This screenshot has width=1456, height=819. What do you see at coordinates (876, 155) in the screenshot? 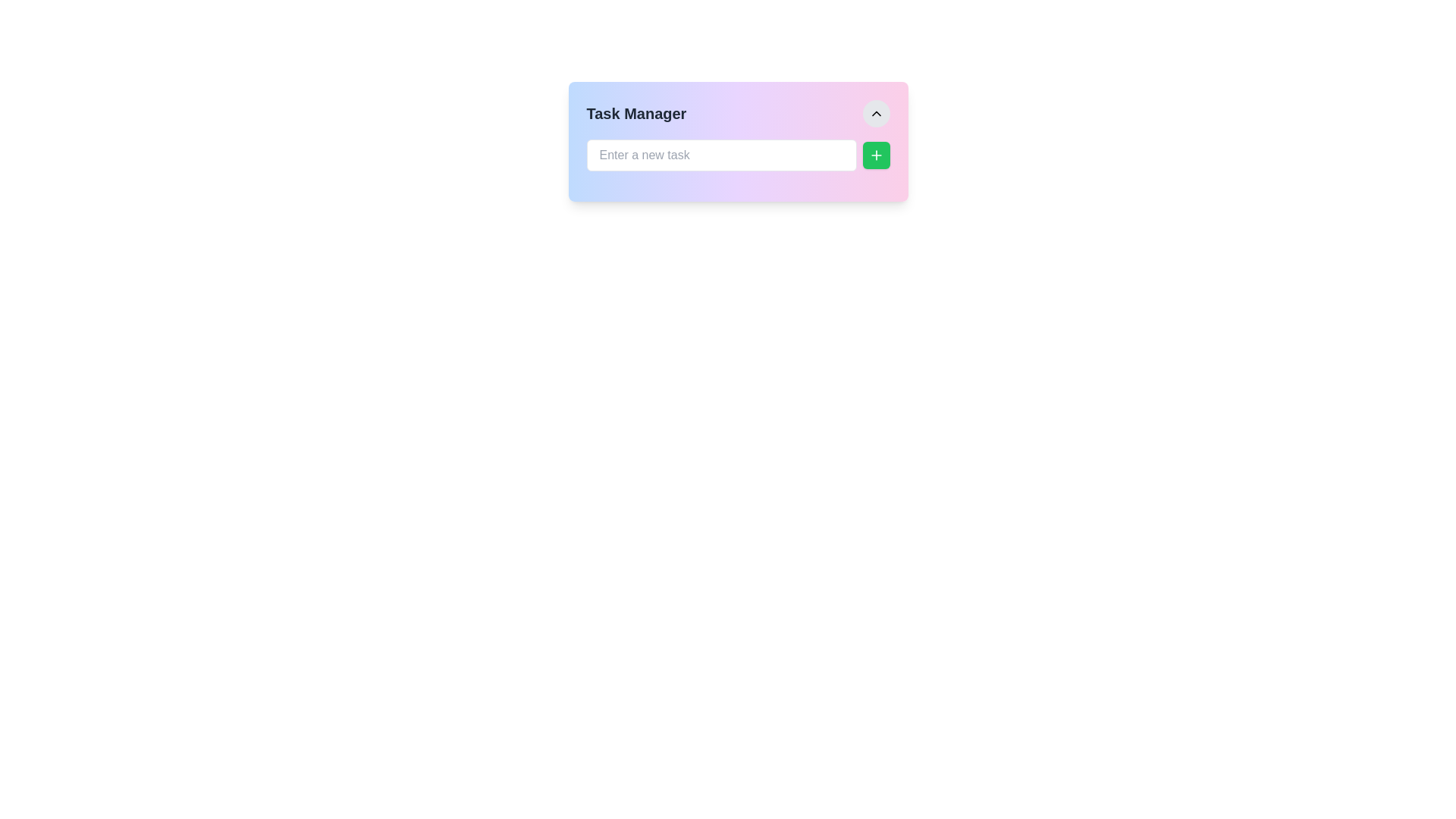
I see `the interactive button located at the right end of the horizontal layout, immediately following the text input field` at bounding box center [876, 155].